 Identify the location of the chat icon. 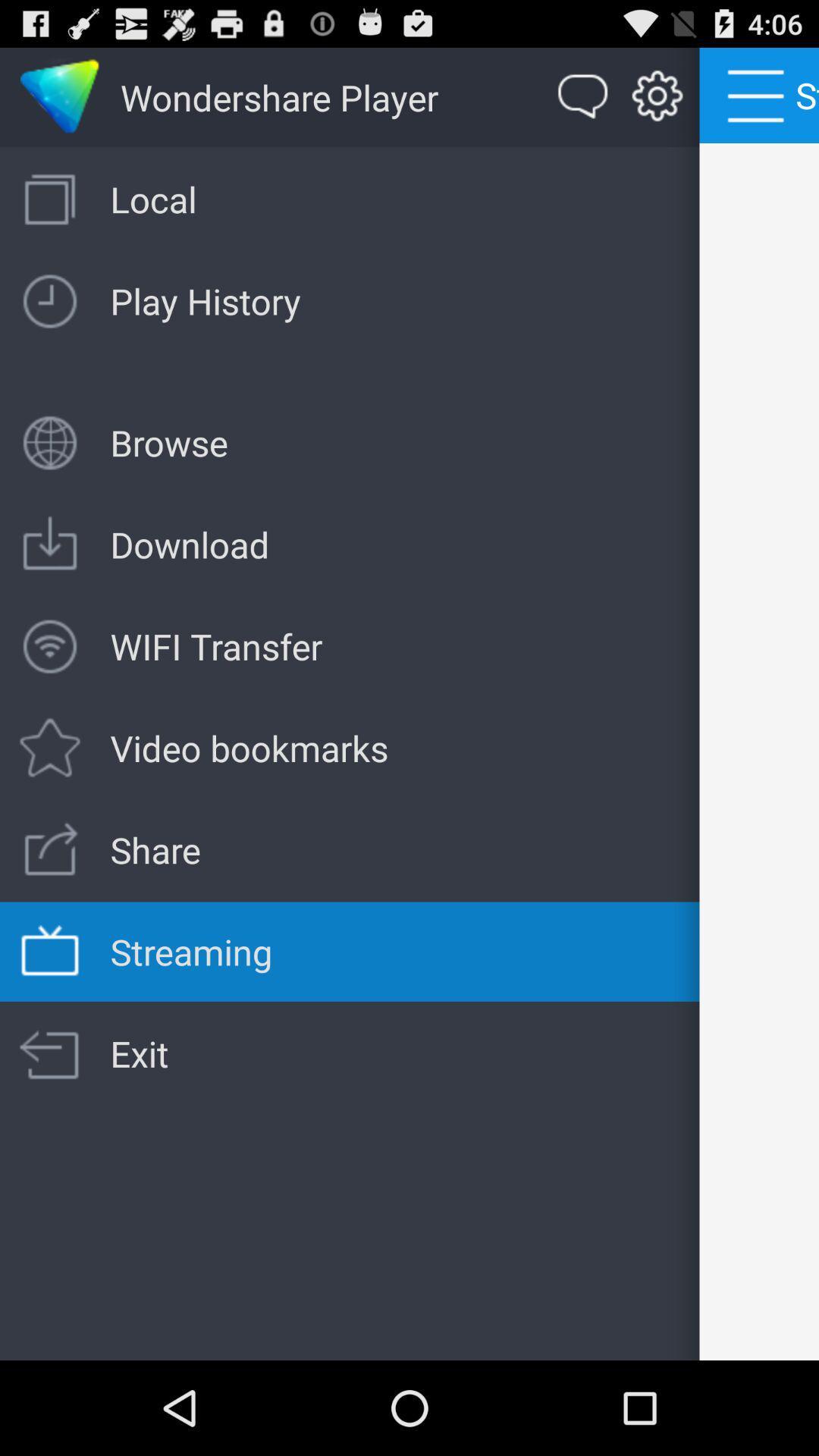
(582, 103).